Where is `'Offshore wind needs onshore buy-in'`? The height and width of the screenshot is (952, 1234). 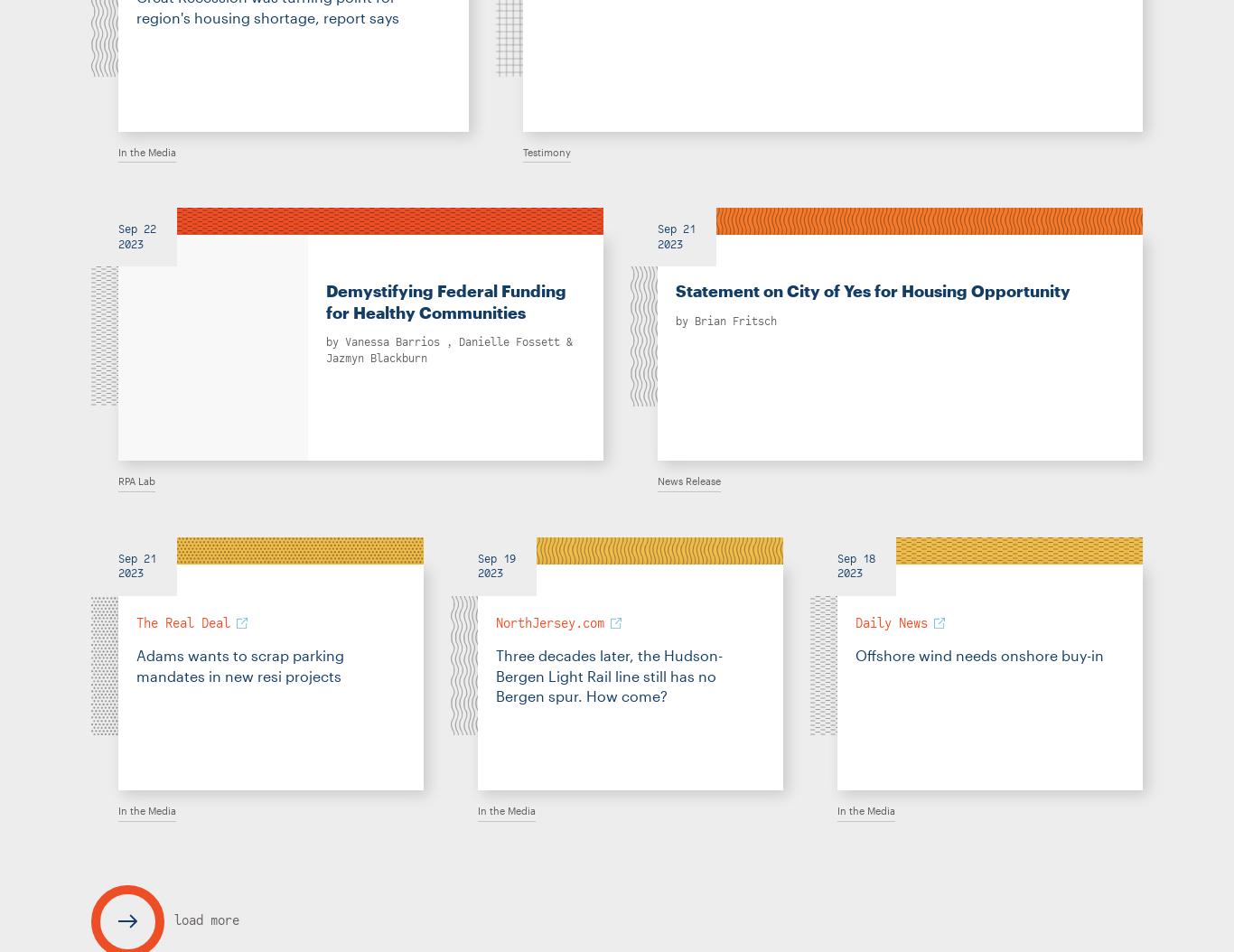 'Offshore wind needs onshore buy-in' is located at coordinates (854, 654).